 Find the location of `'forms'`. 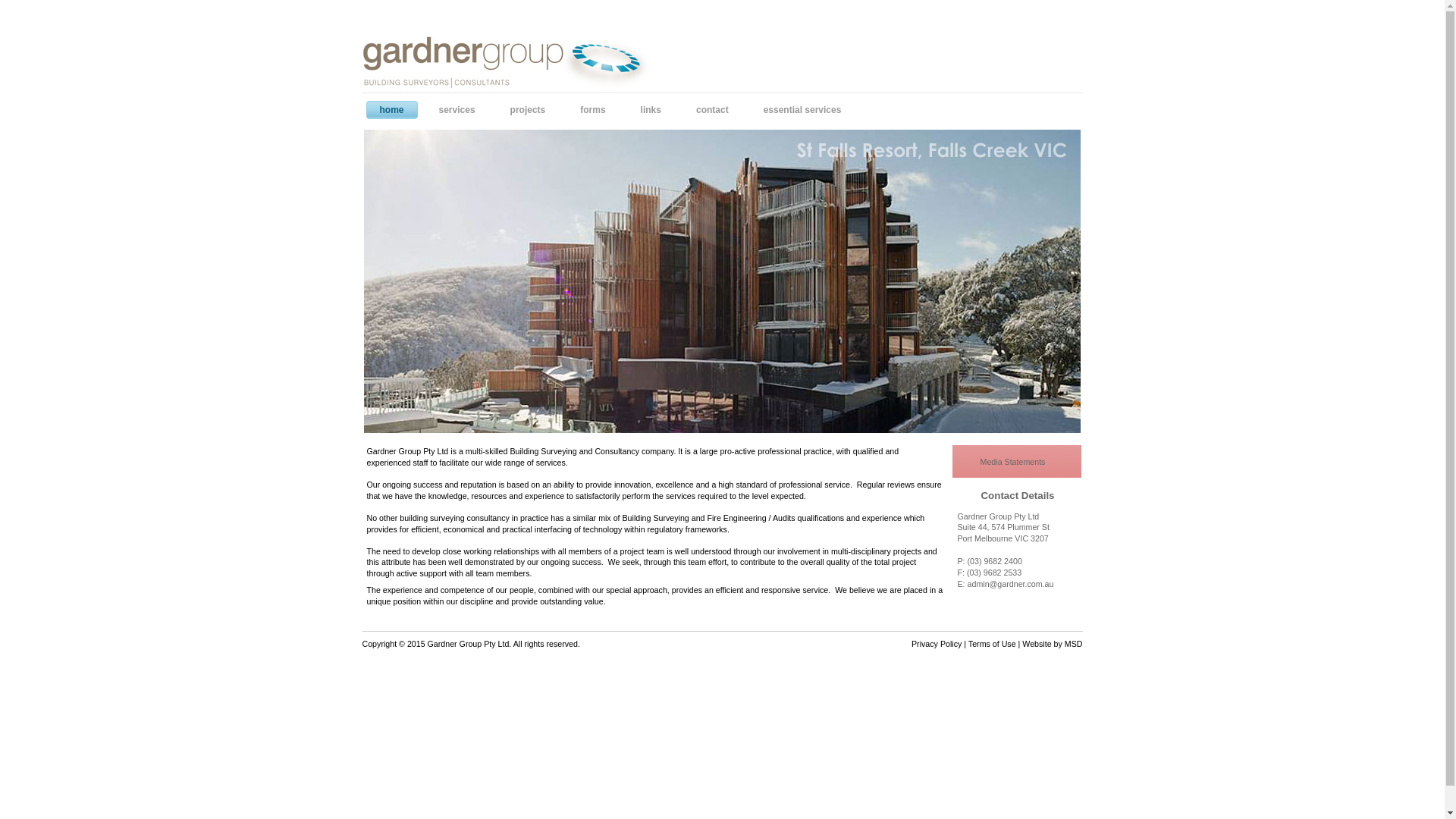

'forms' is located at coordinates (595, 110).